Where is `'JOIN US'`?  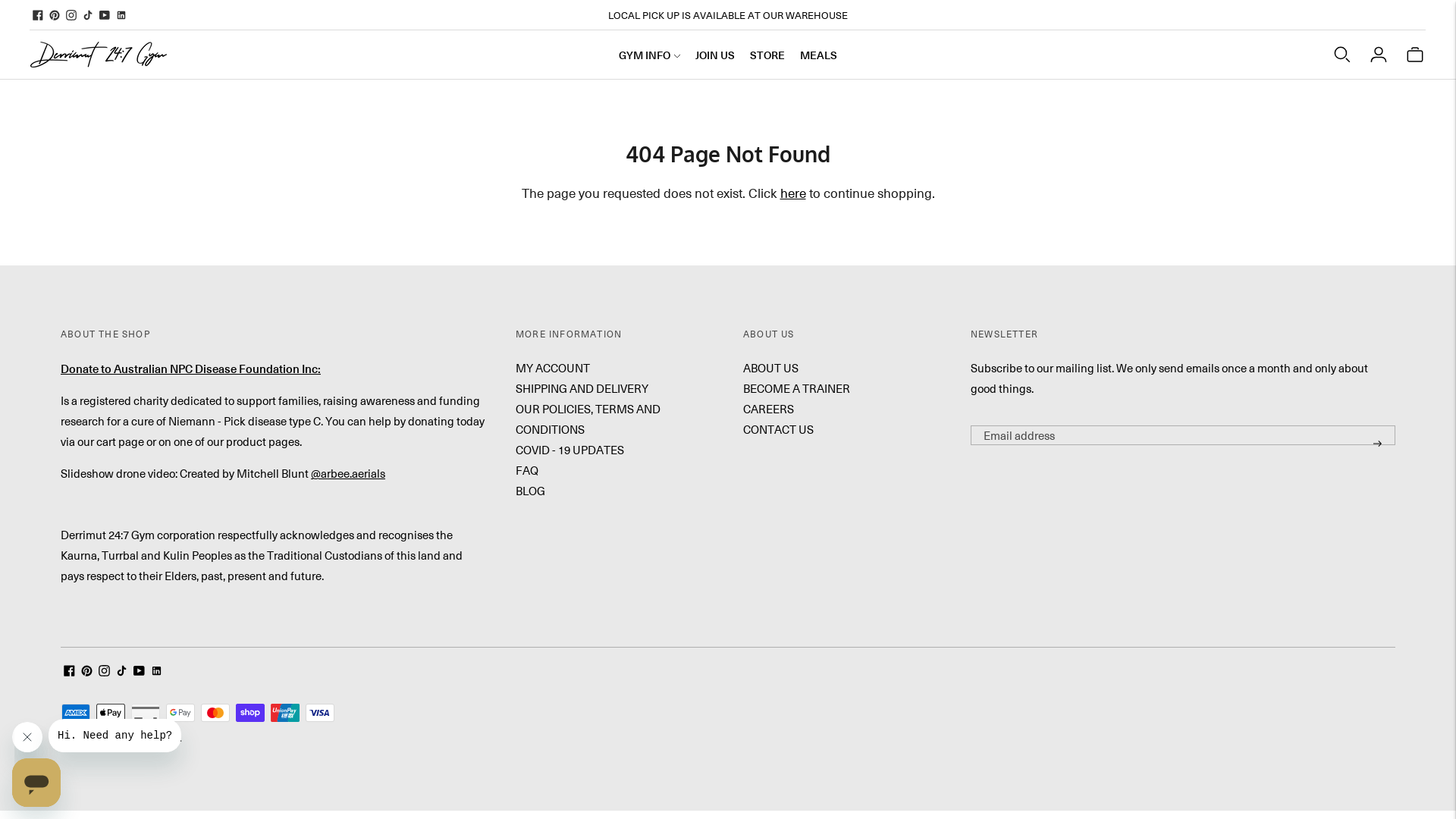
'JOIN US' is located at coordinates (714, 54).